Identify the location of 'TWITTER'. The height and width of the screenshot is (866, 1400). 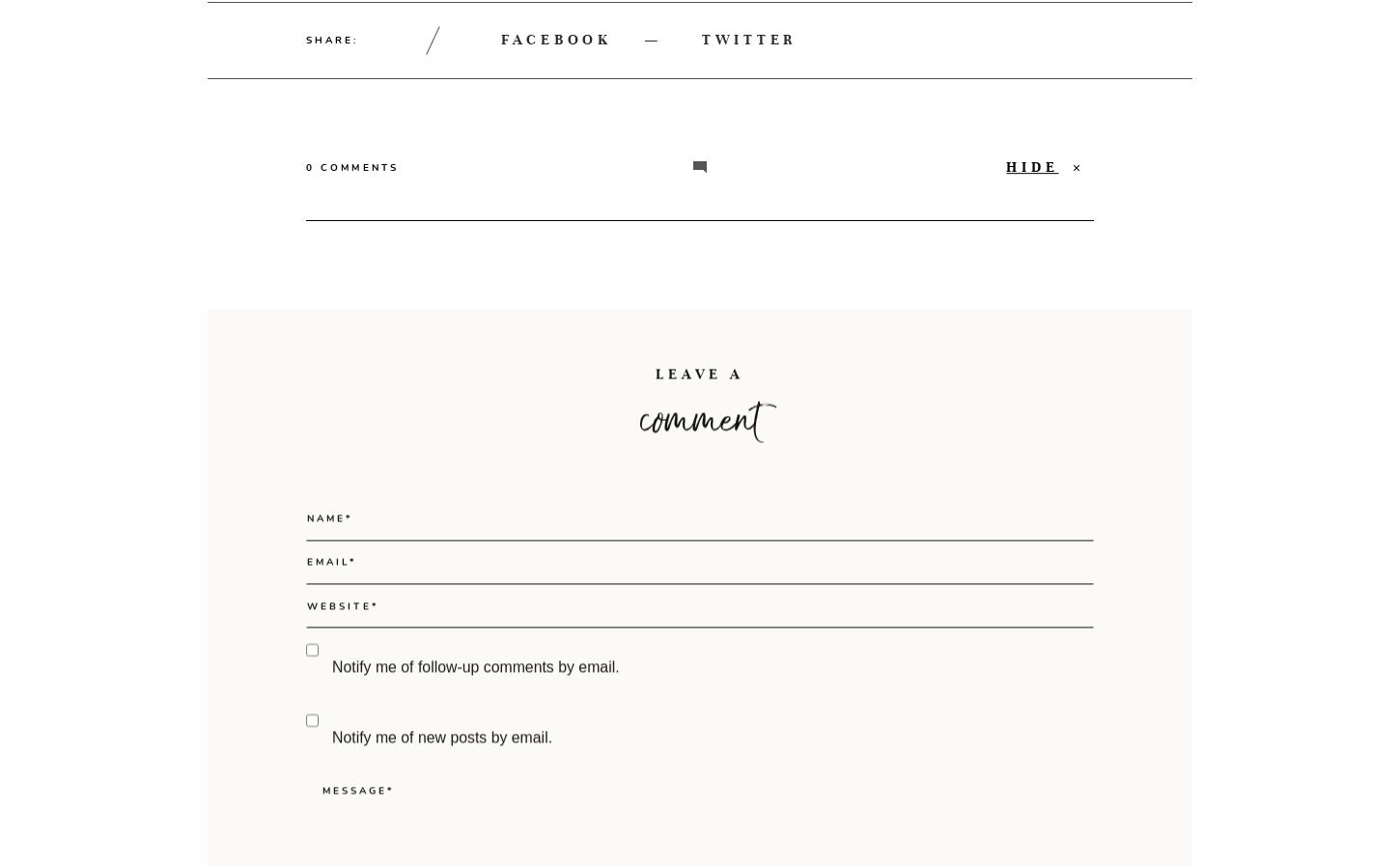
(701, 38).